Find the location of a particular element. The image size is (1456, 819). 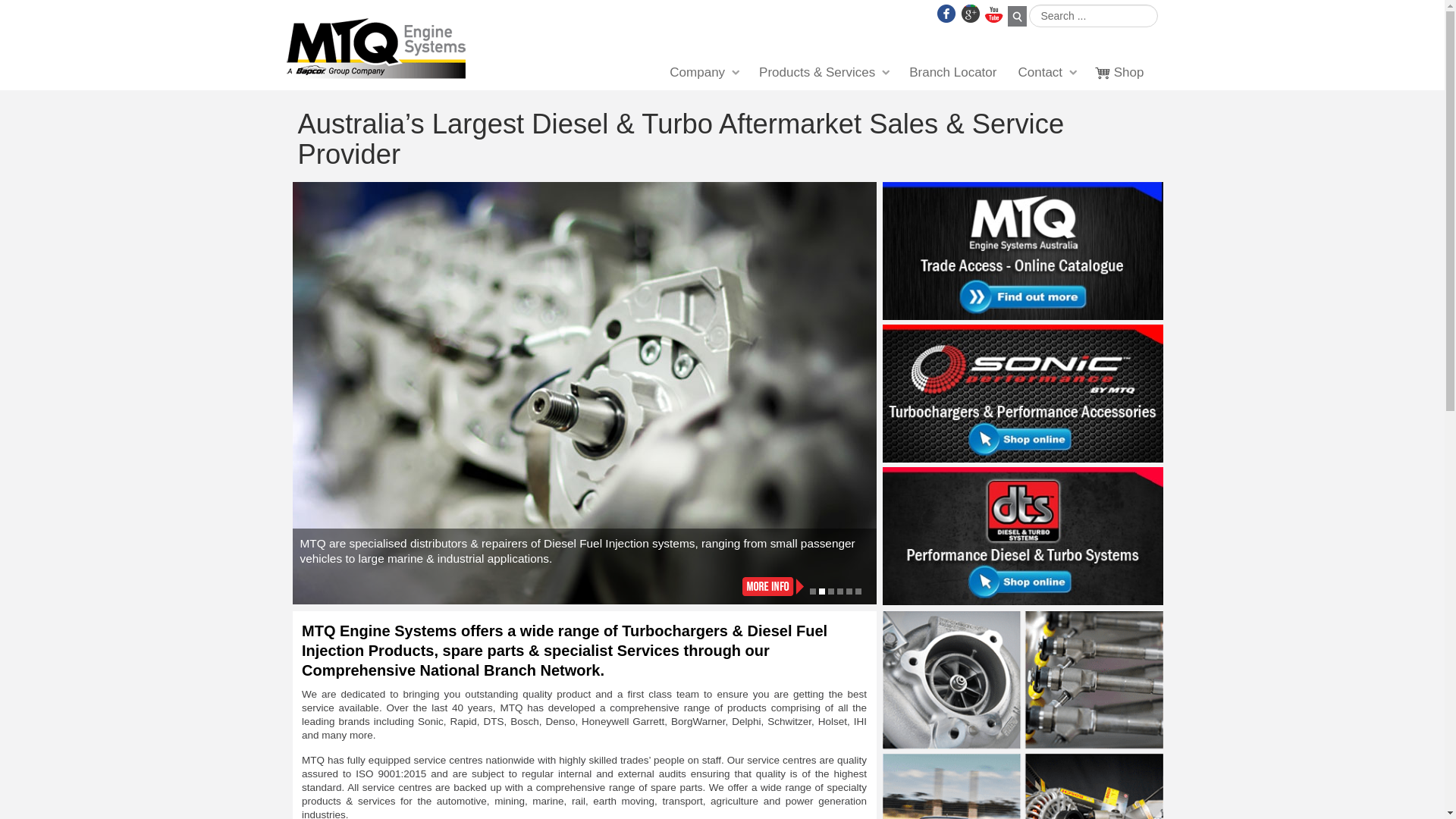

'Contact' is located at coordinates (1046, 73).